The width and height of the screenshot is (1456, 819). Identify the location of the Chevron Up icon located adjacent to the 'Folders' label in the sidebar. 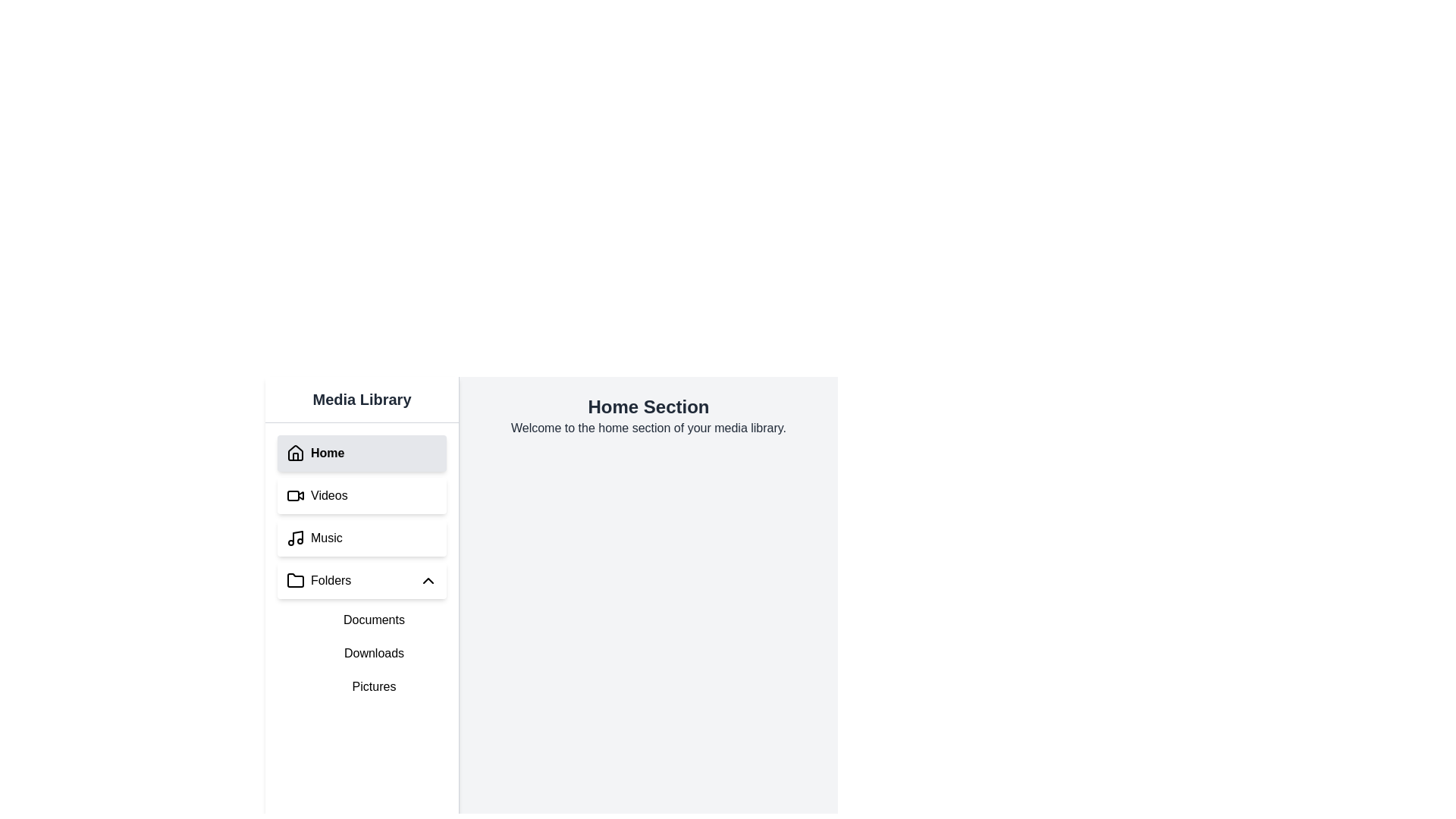
(428, 580).